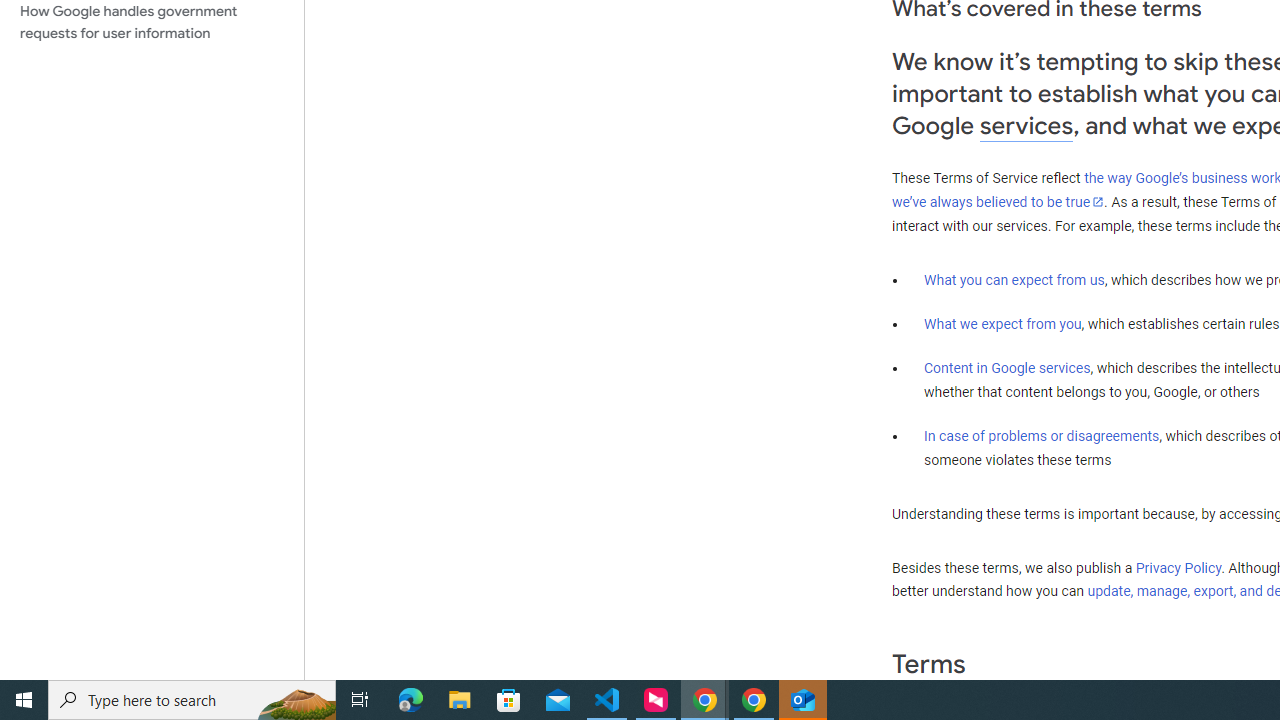 The height and width of the screenshot is (720, 1280). Describe the element at coordinates (1002, 323) in the screenshot. I see `'What we expect from you'` at that location.